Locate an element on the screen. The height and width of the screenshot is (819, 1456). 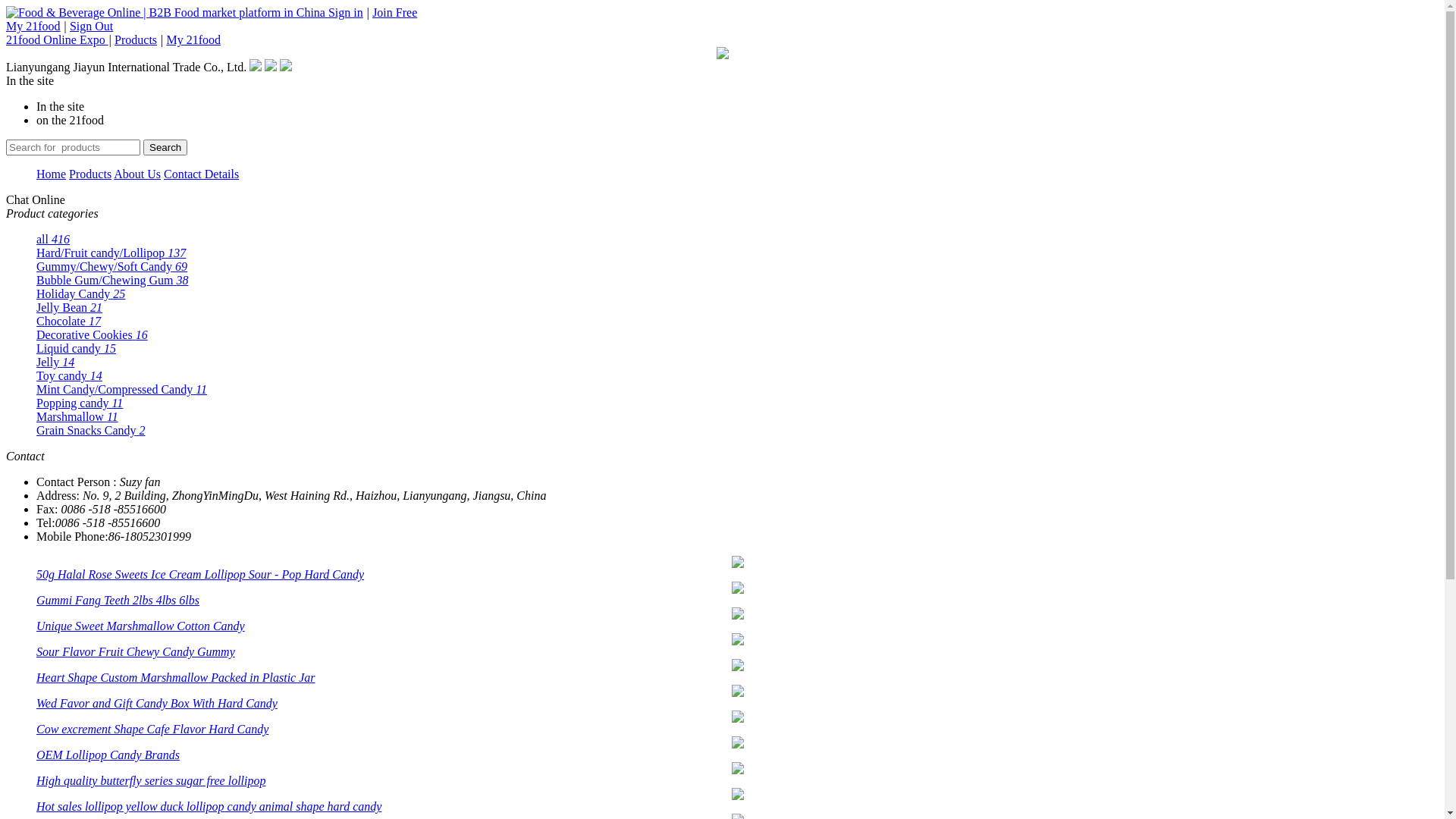
'Chocolate 17' is located at coordinates (67, 320).